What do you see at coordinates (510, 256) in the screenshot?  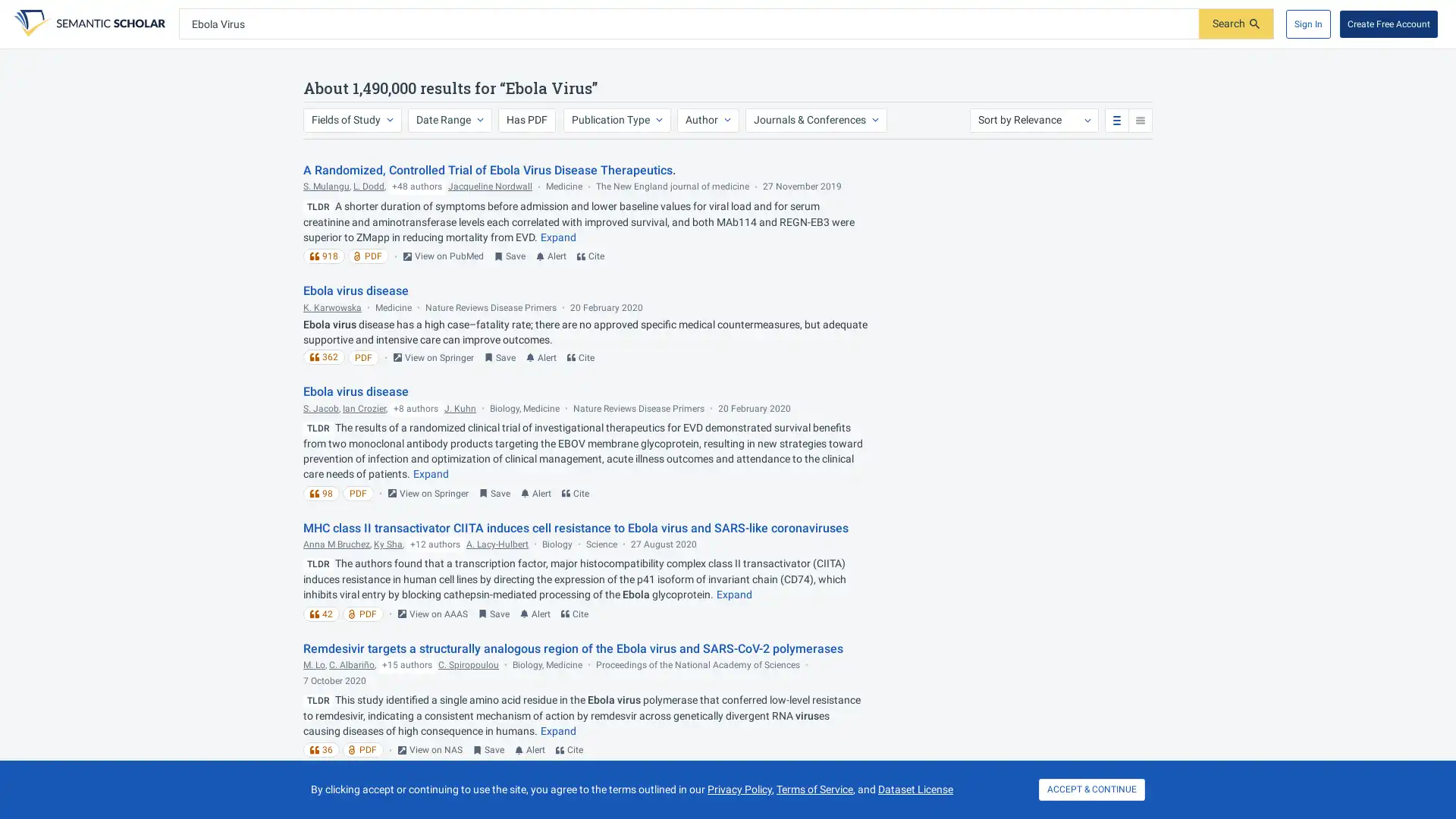 I see `Save to Library` at bounding box center [510, 256].